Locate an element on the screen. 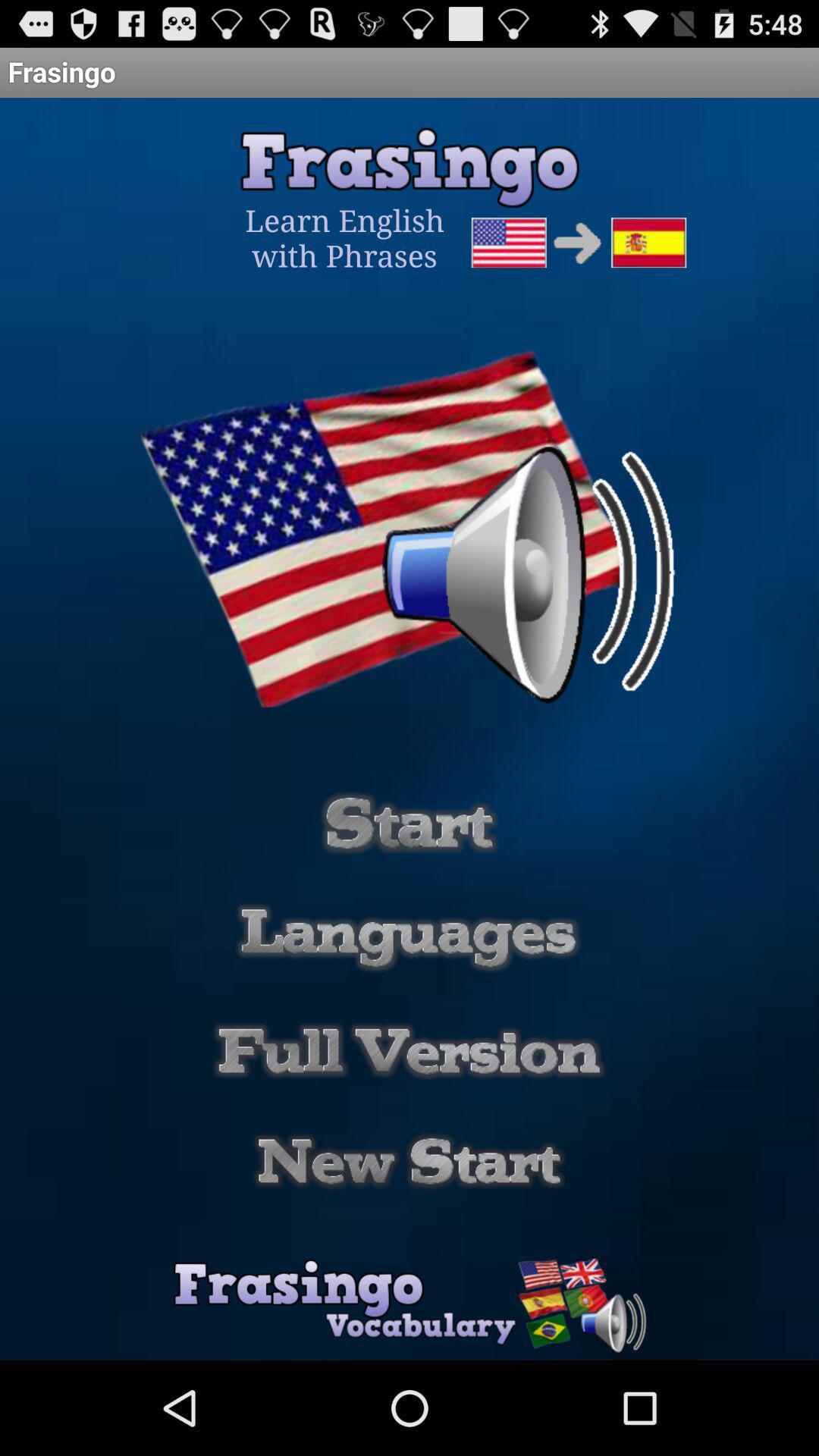 This screenshot has height=1456, width=819. see full version is located at coordinates (409, 1050).